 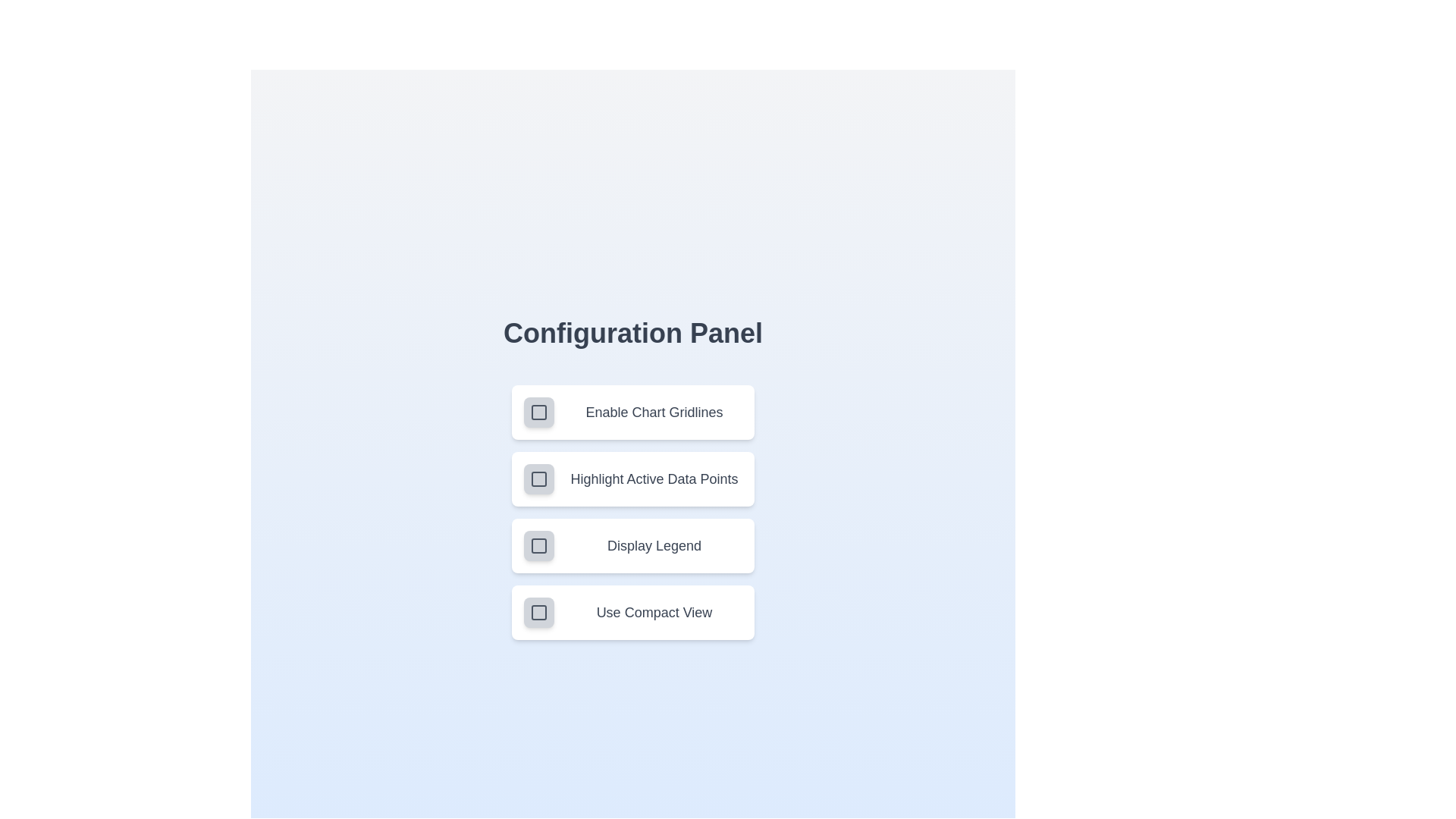 What do you see at coordinates (538, 611) in the screenshot?
I see `the setting corresponding to Use Compact View` at bounding box center [538, 611].